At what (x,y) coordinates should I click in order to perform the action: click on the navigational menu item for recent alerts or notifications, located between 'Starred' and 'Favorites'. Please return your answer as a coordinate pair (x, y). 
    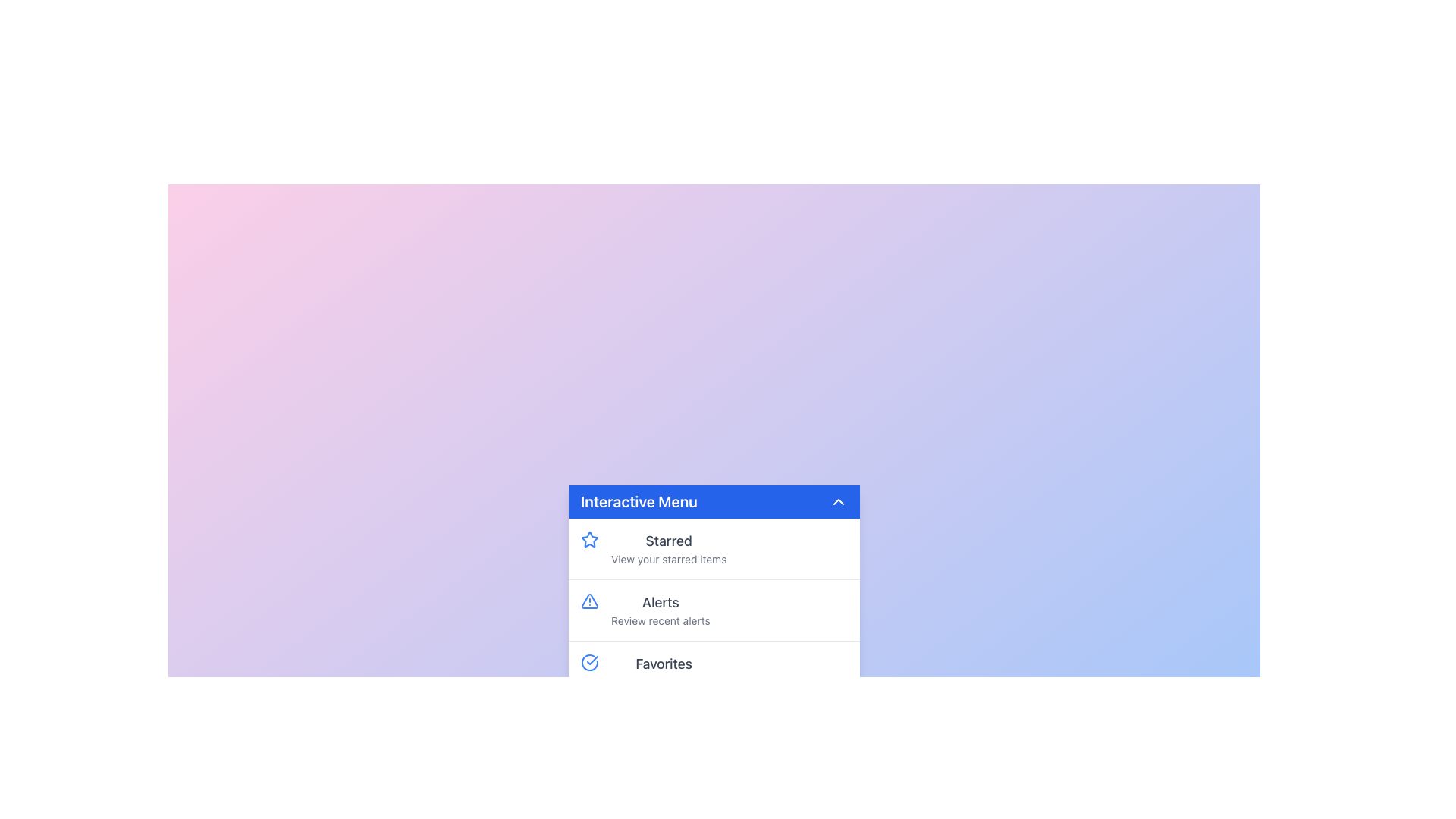
    Looking at the image, I should click on (713, 609).